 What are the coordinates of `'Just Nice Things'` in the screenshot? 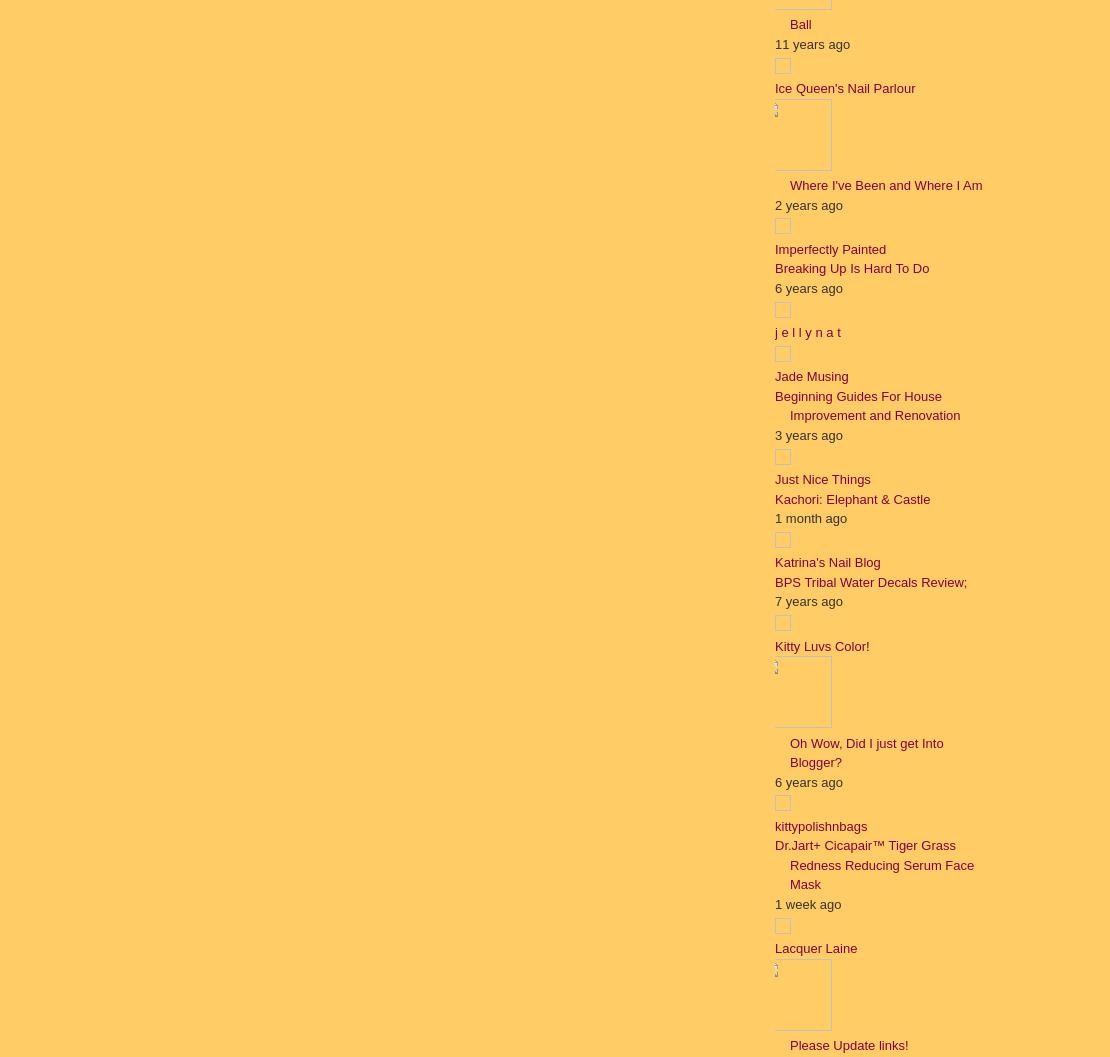 It's located at (822, 479).